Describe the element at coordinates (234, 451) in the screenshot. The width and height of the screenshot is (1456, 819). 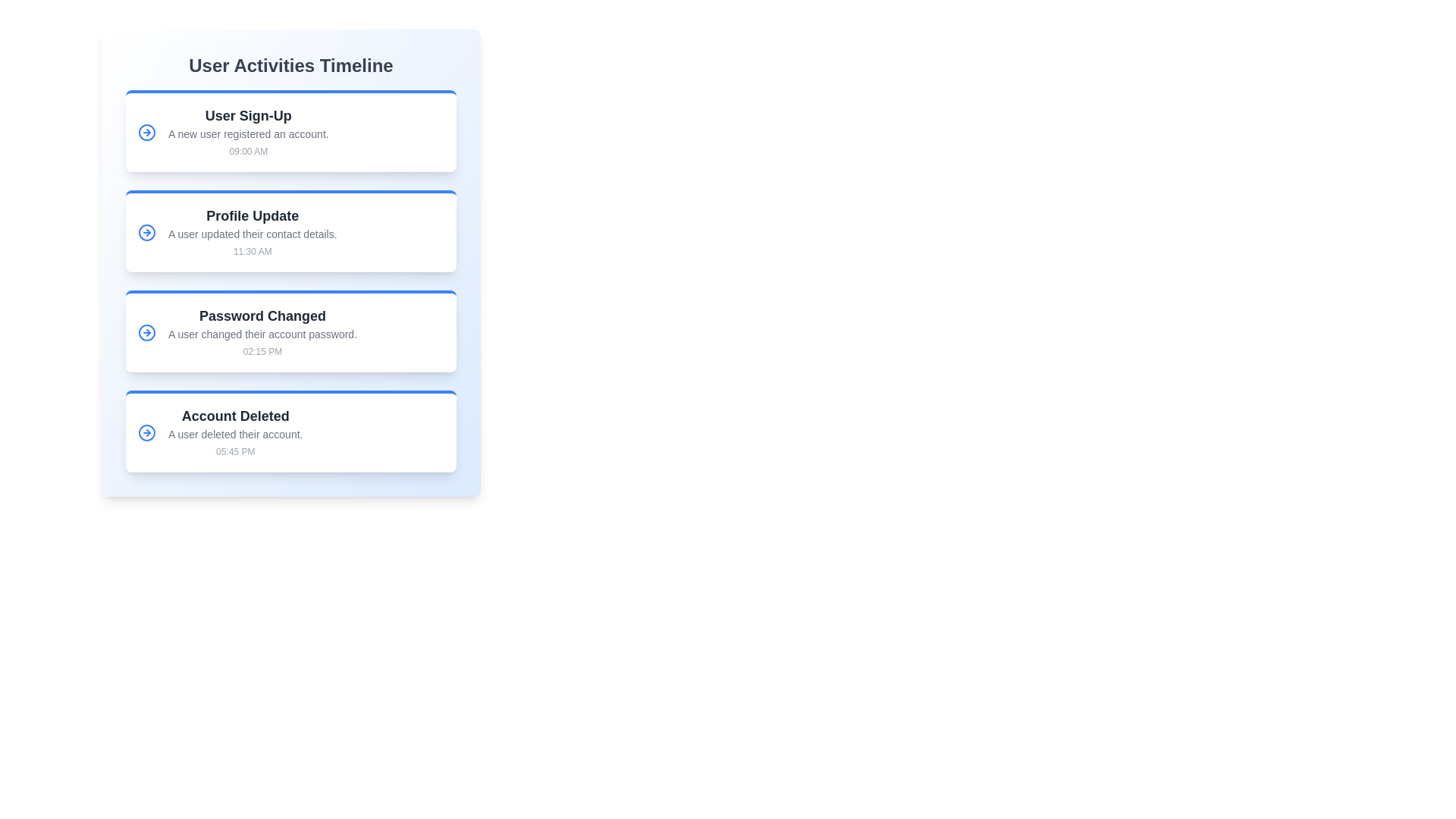
I see `the time display text label reading '05:45 PM' located at the bottom-right corner of the 'Account Deleted' card` at that location.